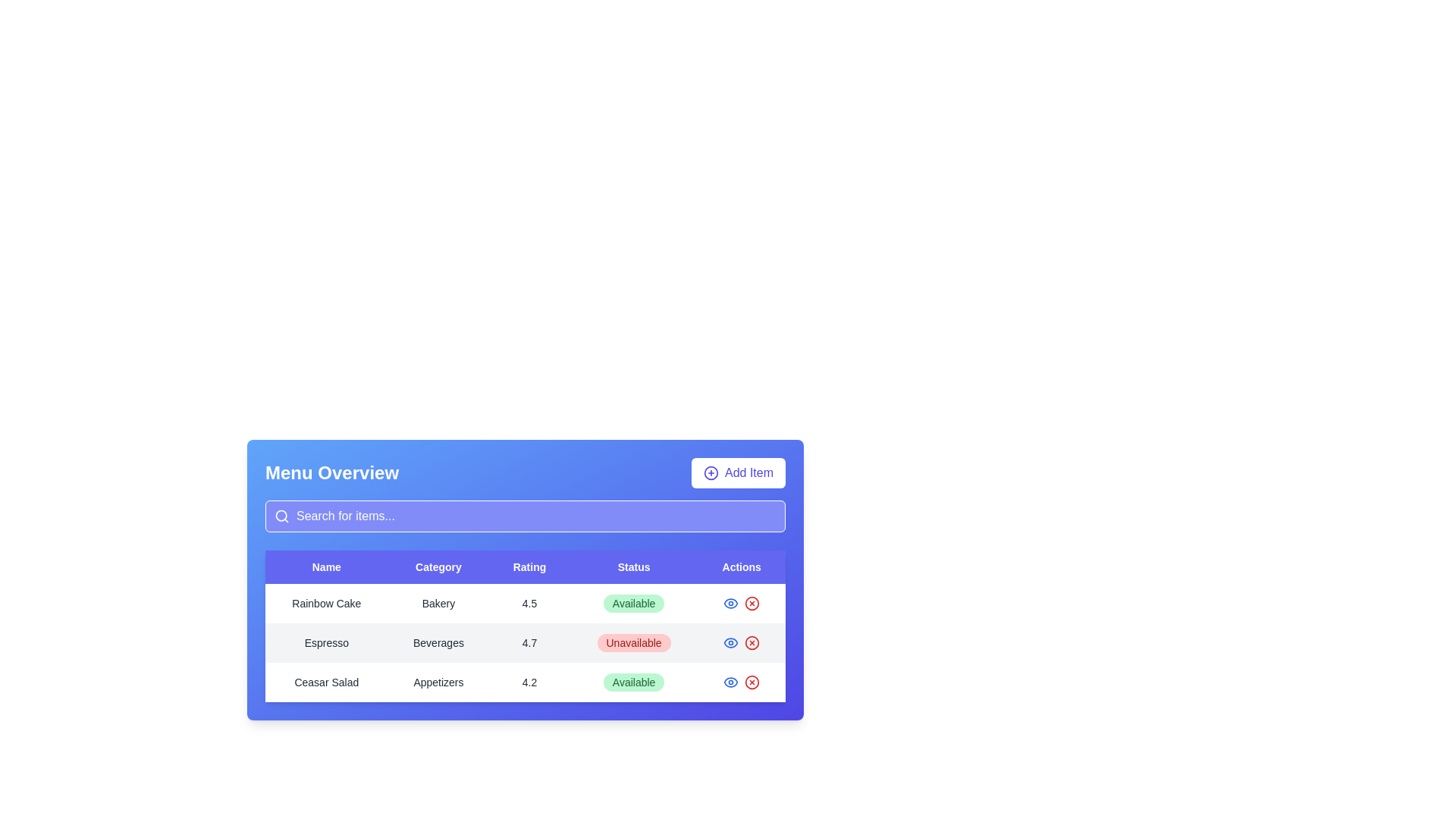 The width and height of the screenshot is (1456, 819). What do you see at coordinates (525, 643) in the screenshot?
I see `the second row in the table that displays 'Espresso' as its name, 'Beverages' as its category, '4.7' as its rating, and is marked as 'Unavailable' with a red label` at bounding box center [525, 643].